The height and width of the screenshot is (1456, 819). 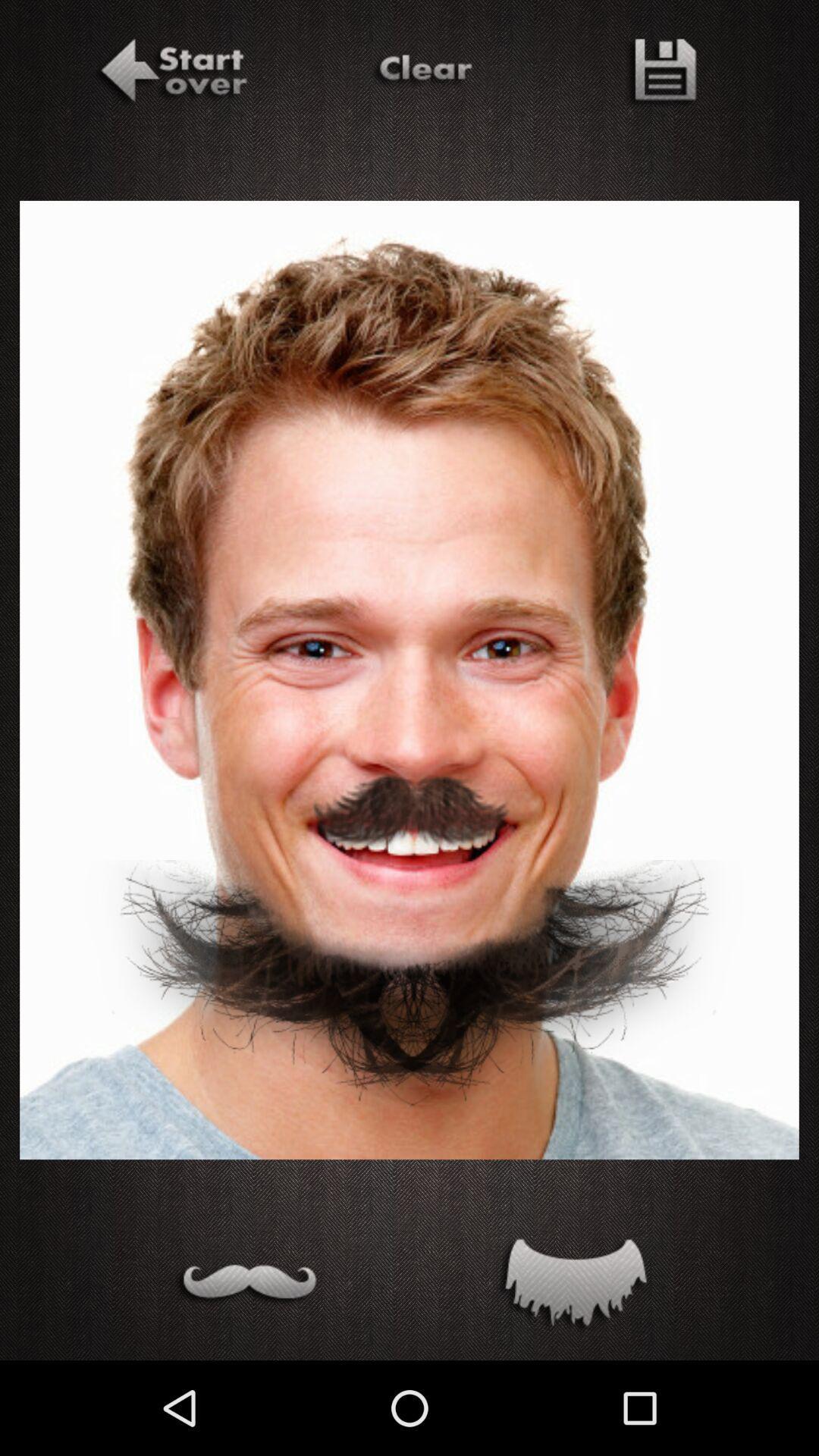 What do you see at coordinates (660, 73) in the screenshot?
I see `the file` at bounding box center [660, 73].